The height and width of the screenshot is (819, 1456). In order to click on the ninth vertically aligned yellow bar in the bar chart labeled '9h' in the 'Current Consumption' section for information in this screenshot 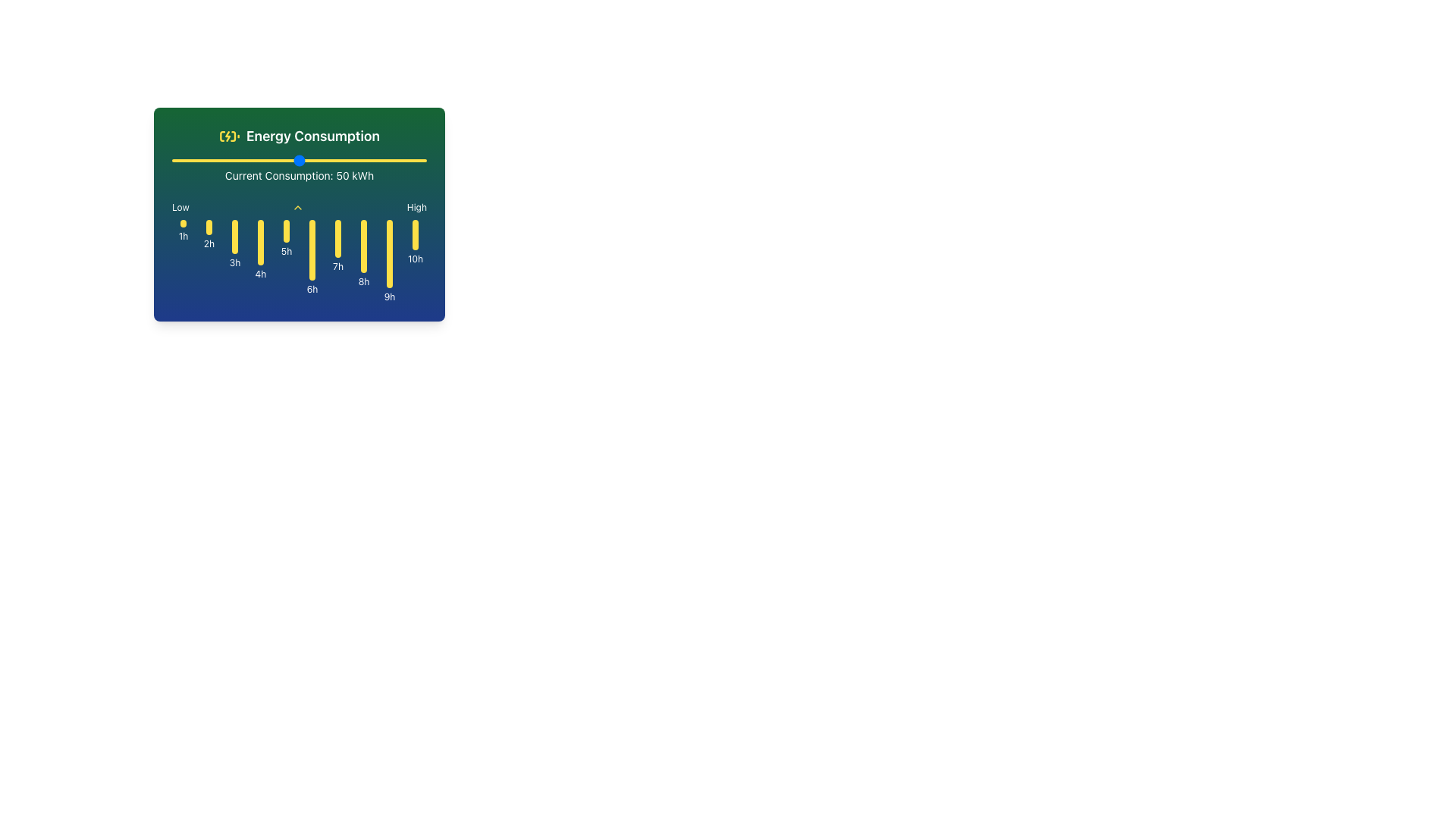, I will do `click(389, 260)`.